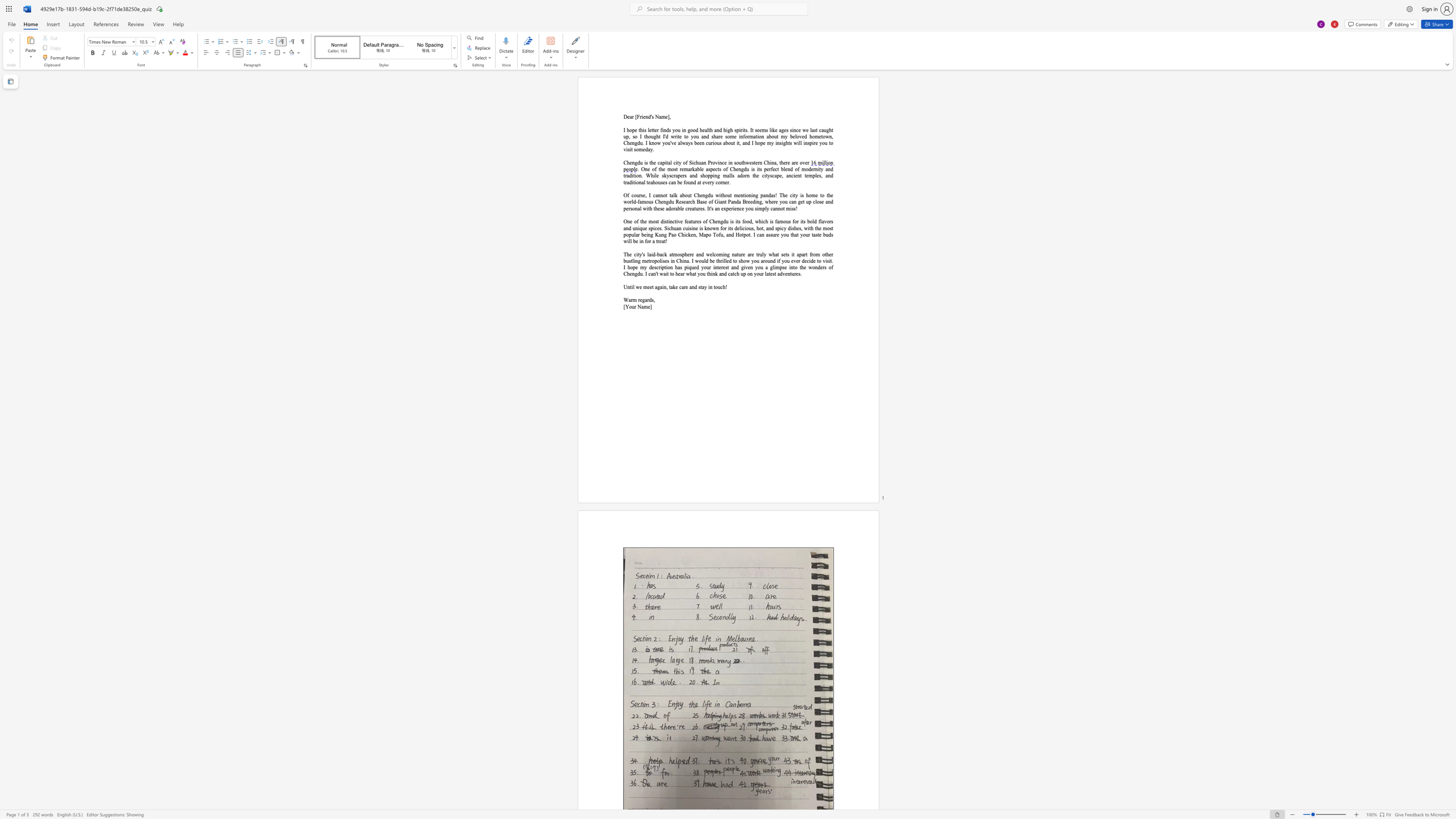 The image size is (1456, 819). What do you see at coordinates (634, 306) in the screenshot?
I see `the space between the continuous character "u" and "r" in the text` at bounding box center [634, 306].